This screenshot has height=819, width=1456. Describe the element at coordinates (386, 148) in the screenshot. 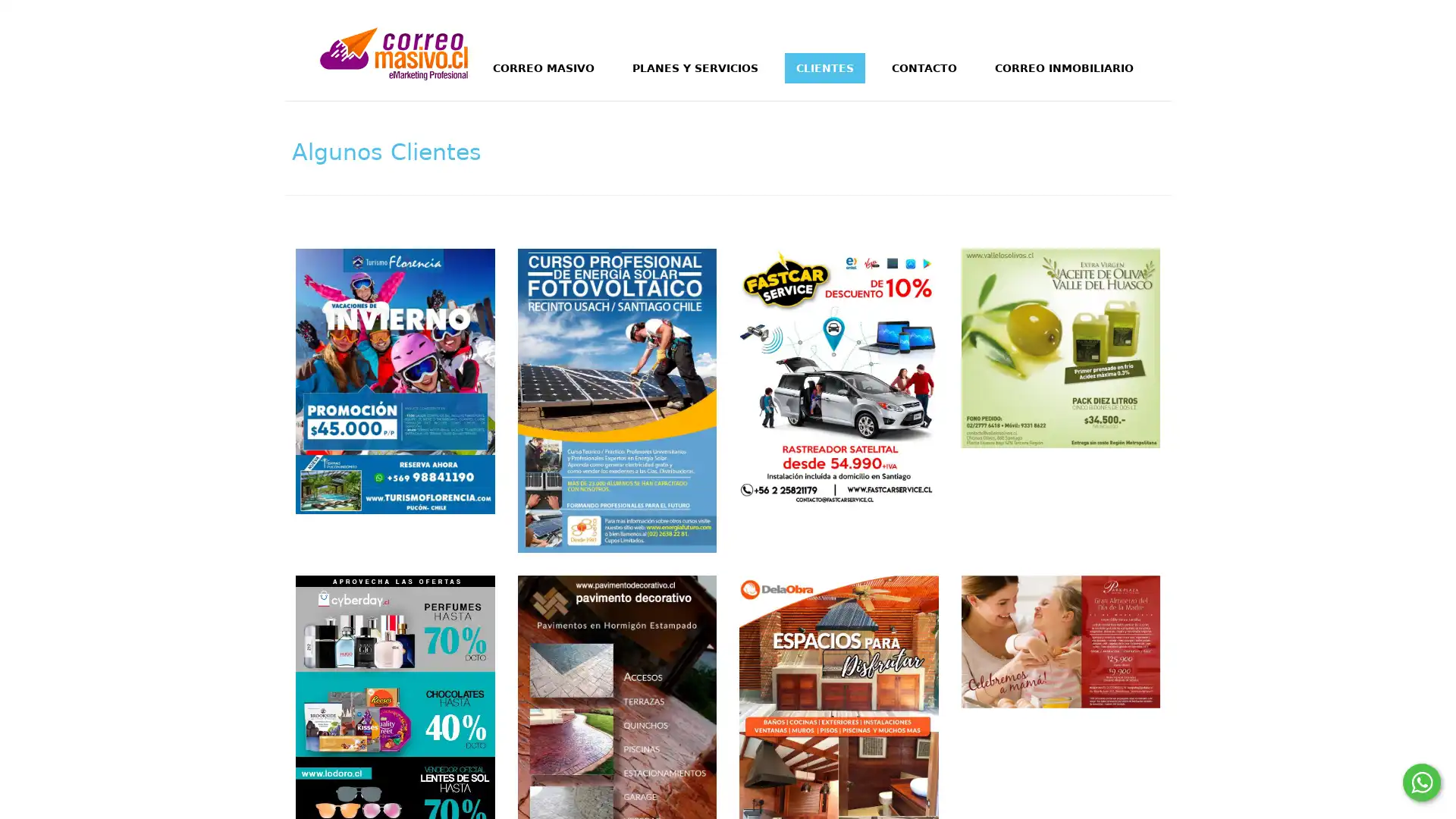

I see `Algunos Clientes` at that location.